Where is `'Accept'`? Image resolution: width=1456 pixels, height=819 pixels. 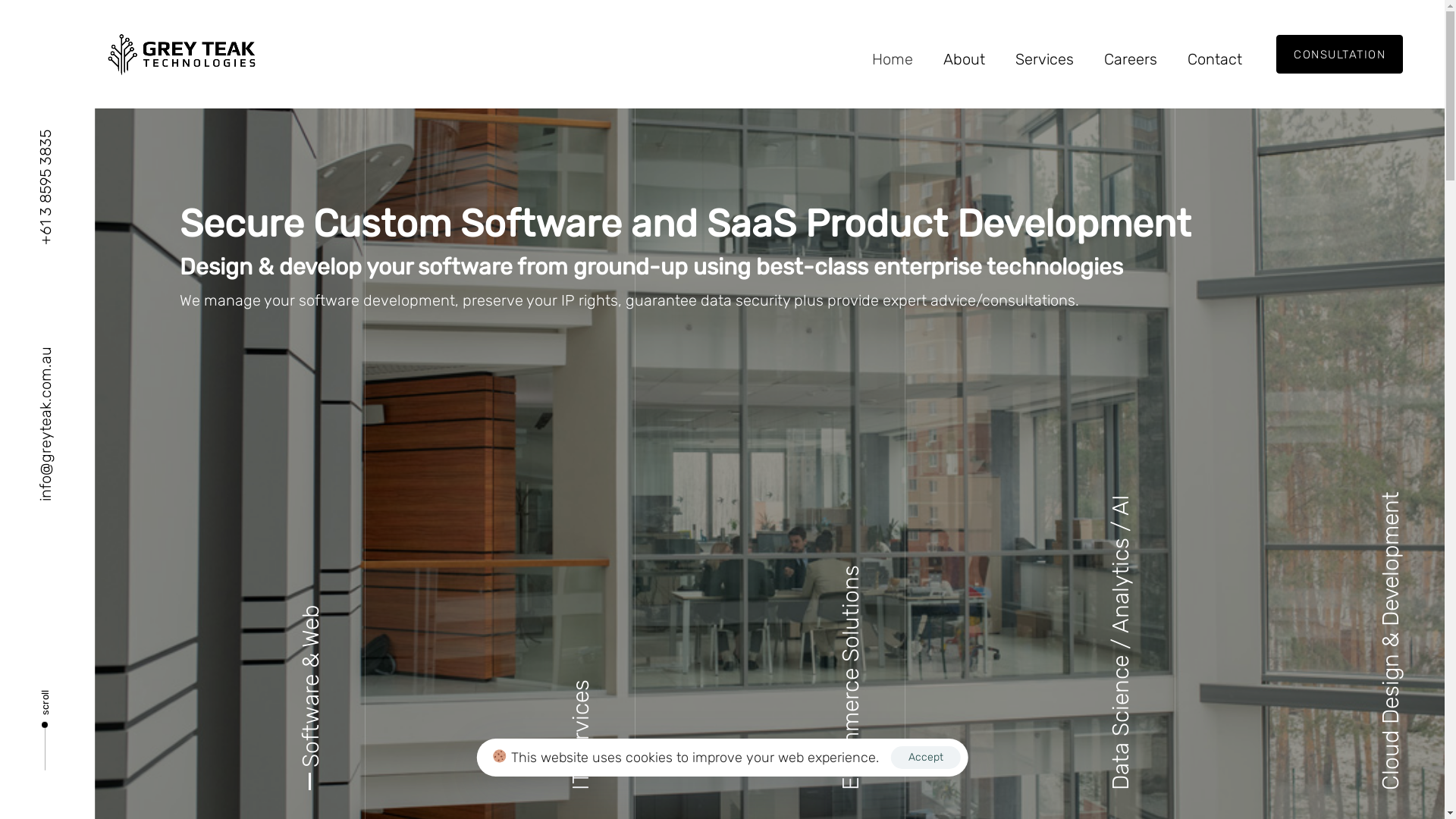 'Accept' is located at coordinates (924, 758).